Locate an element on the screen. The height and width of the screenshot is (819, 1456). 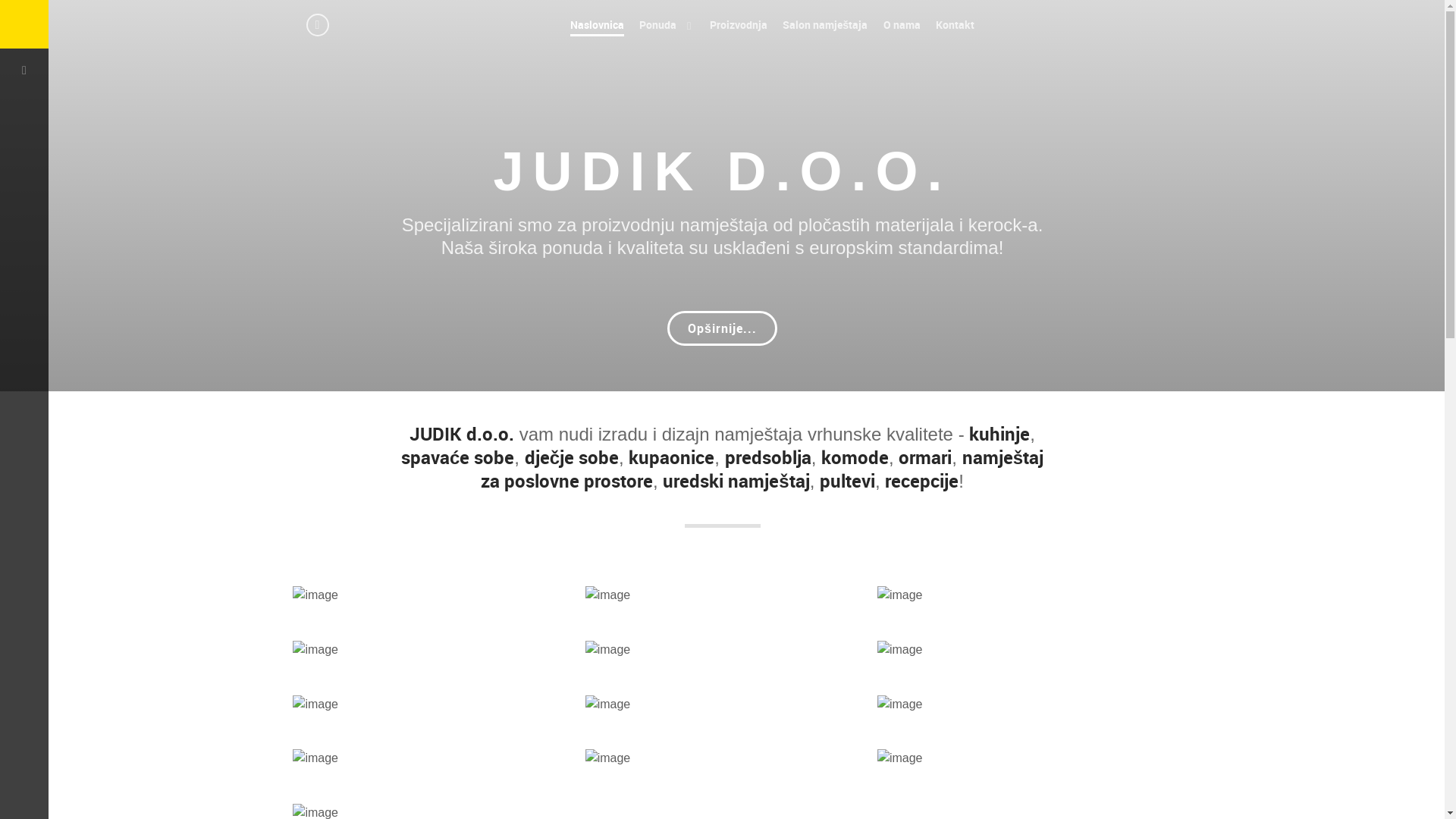
'Proizvodnja' is located at coordinates (739, 24).